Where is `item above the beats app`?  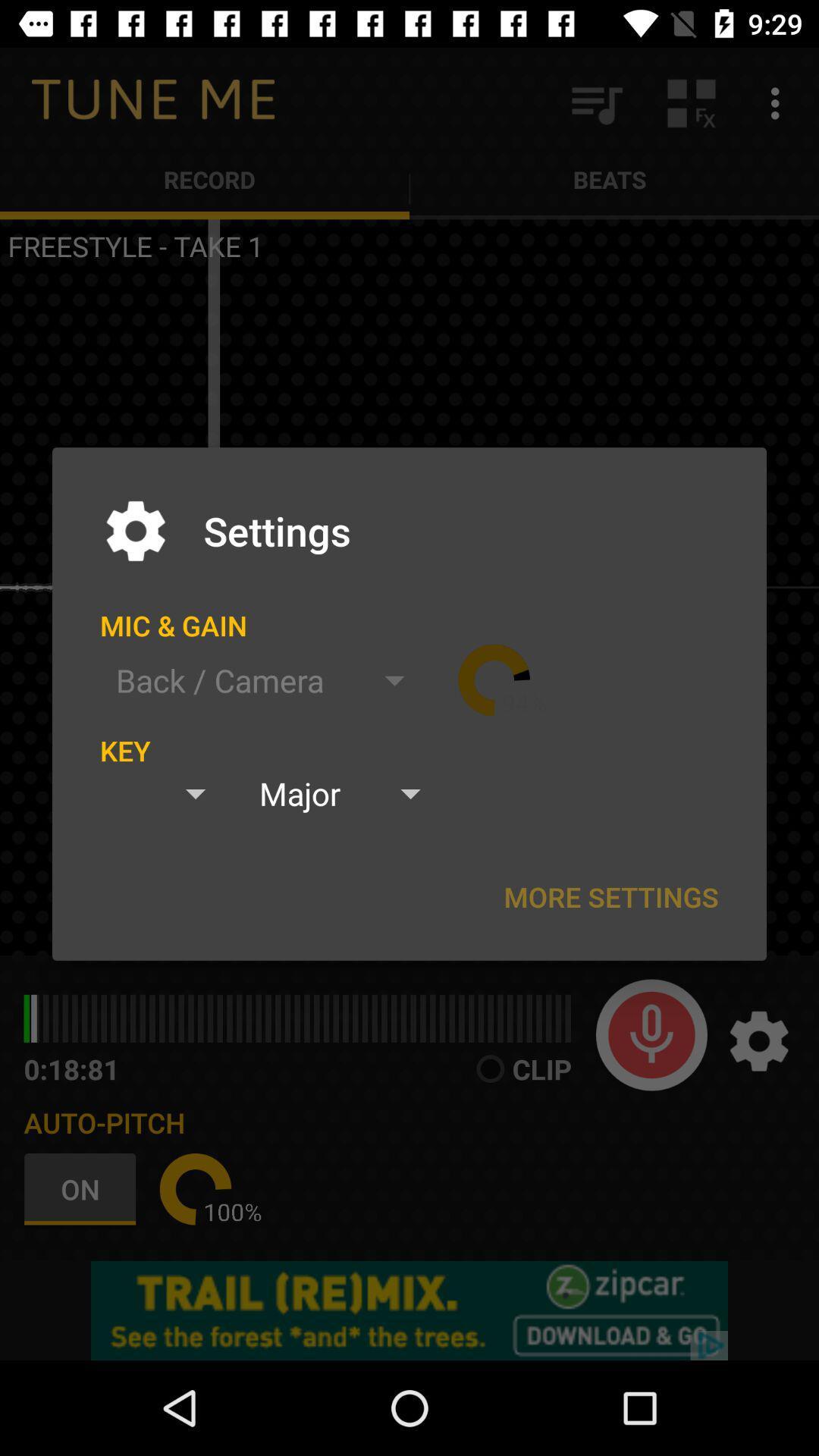
item above the beats app is located at coordinates (595, 102).